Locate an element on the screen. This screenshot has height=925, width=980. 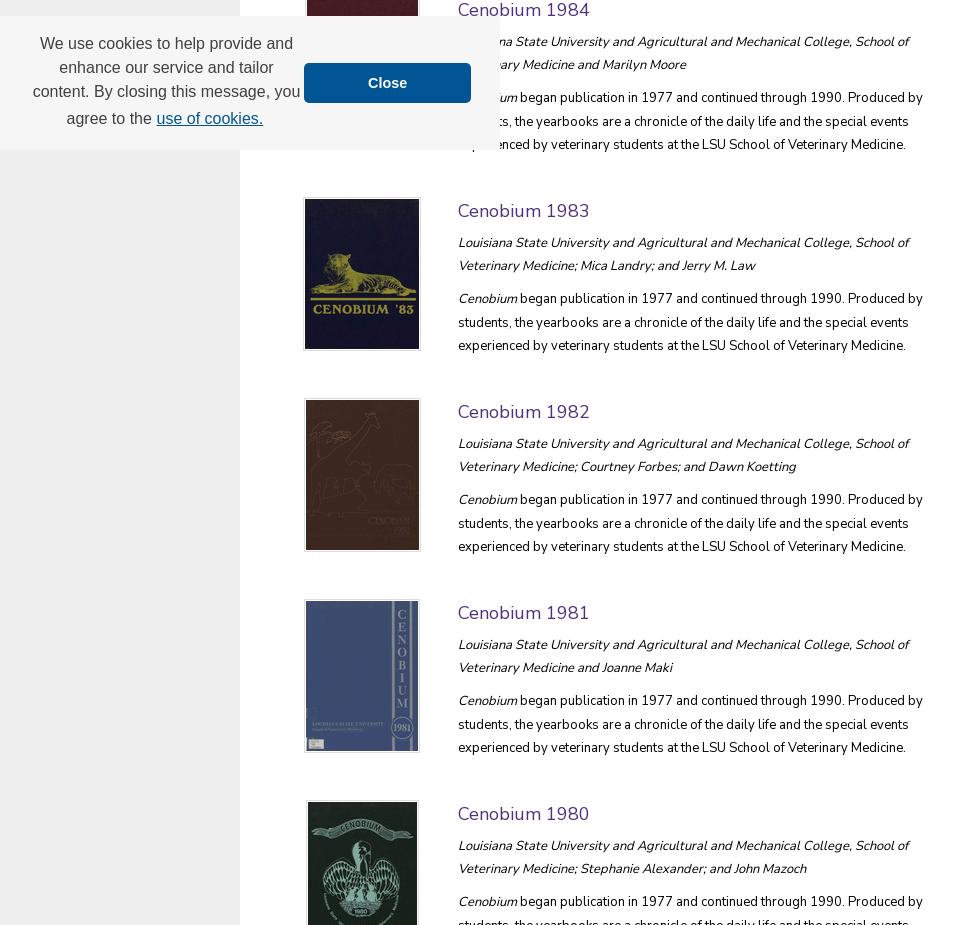
'Cenobium 1983' is located at coordinates (524, 208).